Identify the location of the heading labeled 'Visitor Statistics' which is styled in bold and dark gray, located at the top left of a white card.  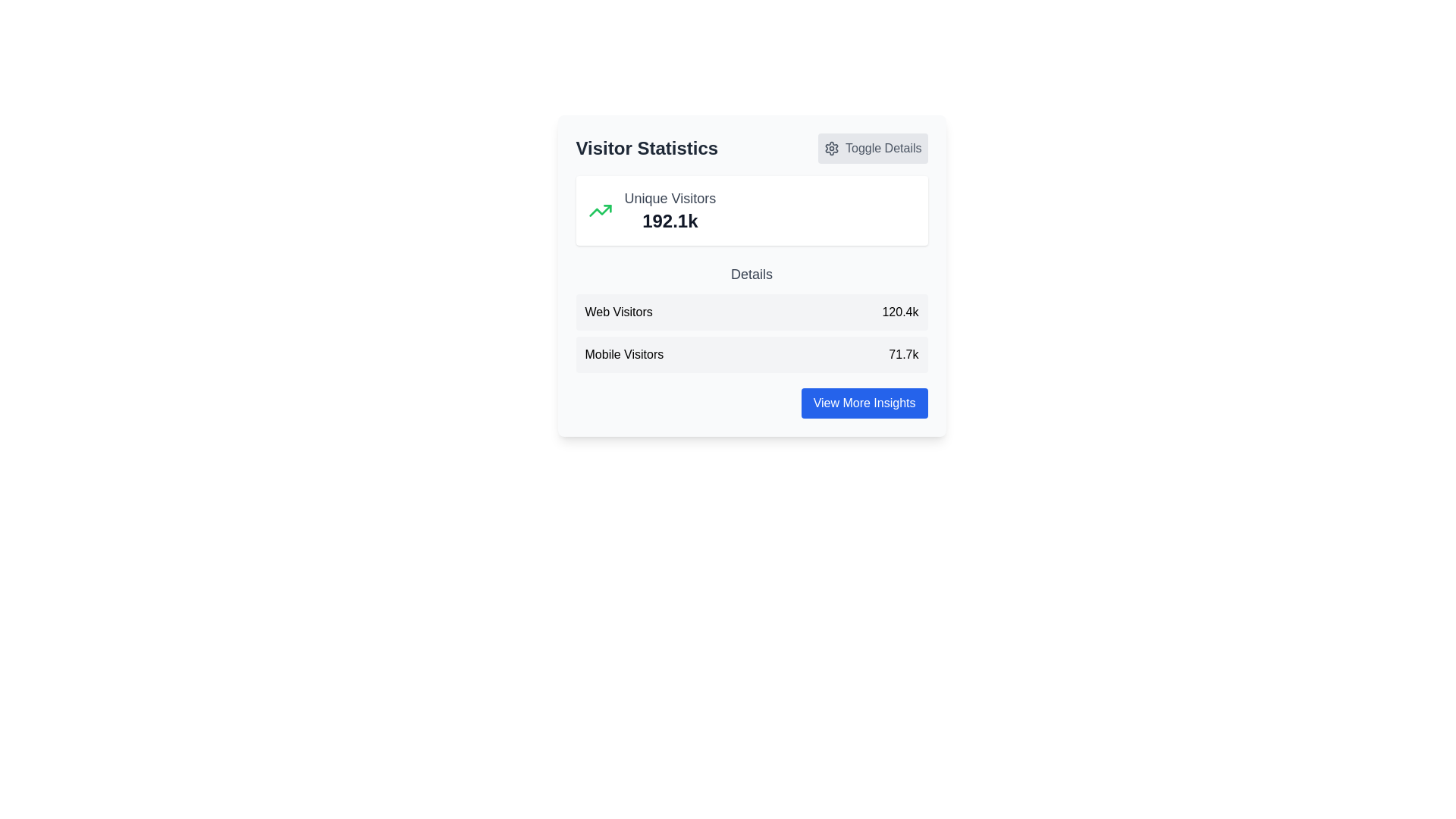
(647, 149).